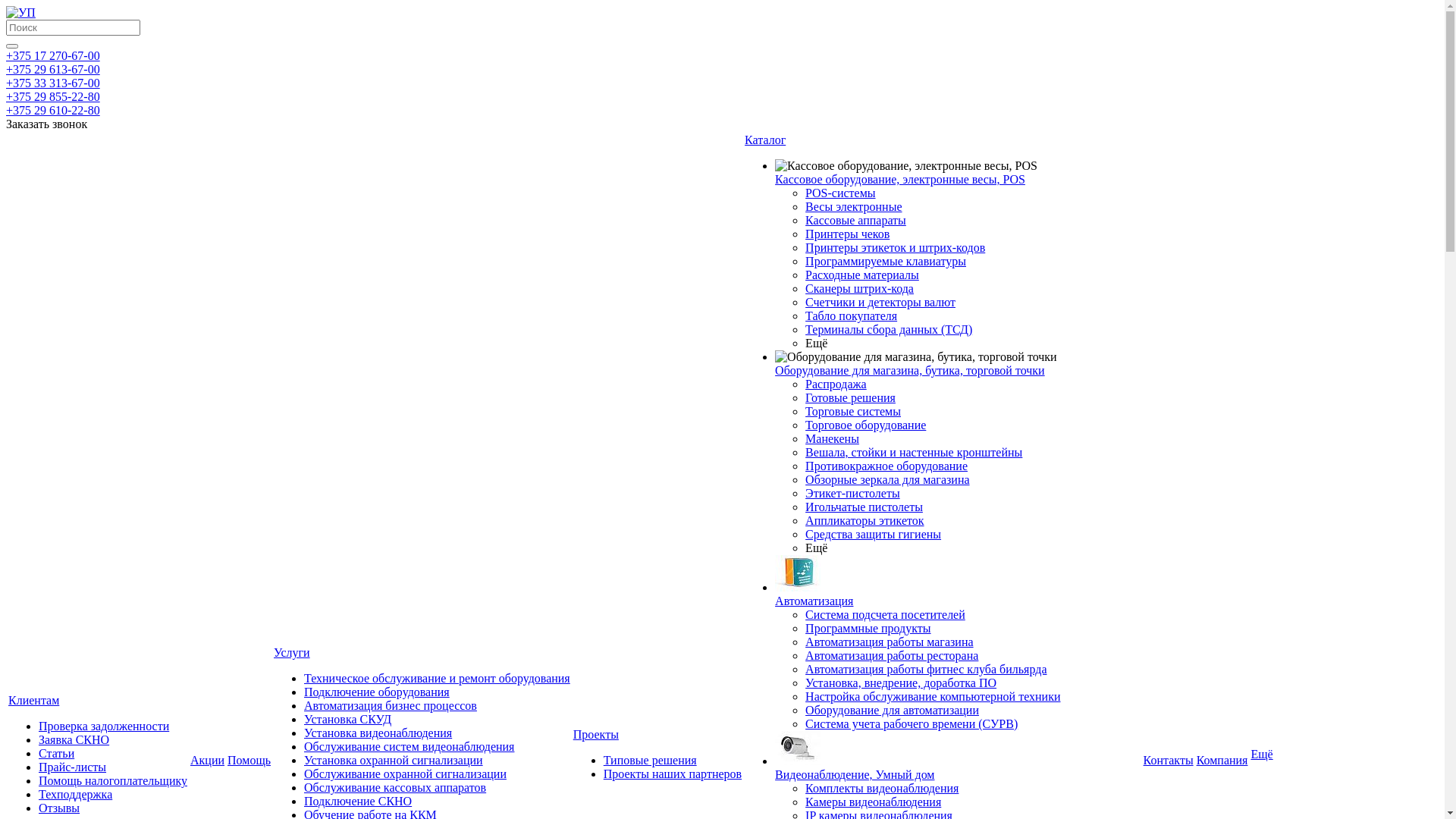 This screenshot has height=819, width=1456. I want to click on '+375 33 313-67-00', so click(53, 83).